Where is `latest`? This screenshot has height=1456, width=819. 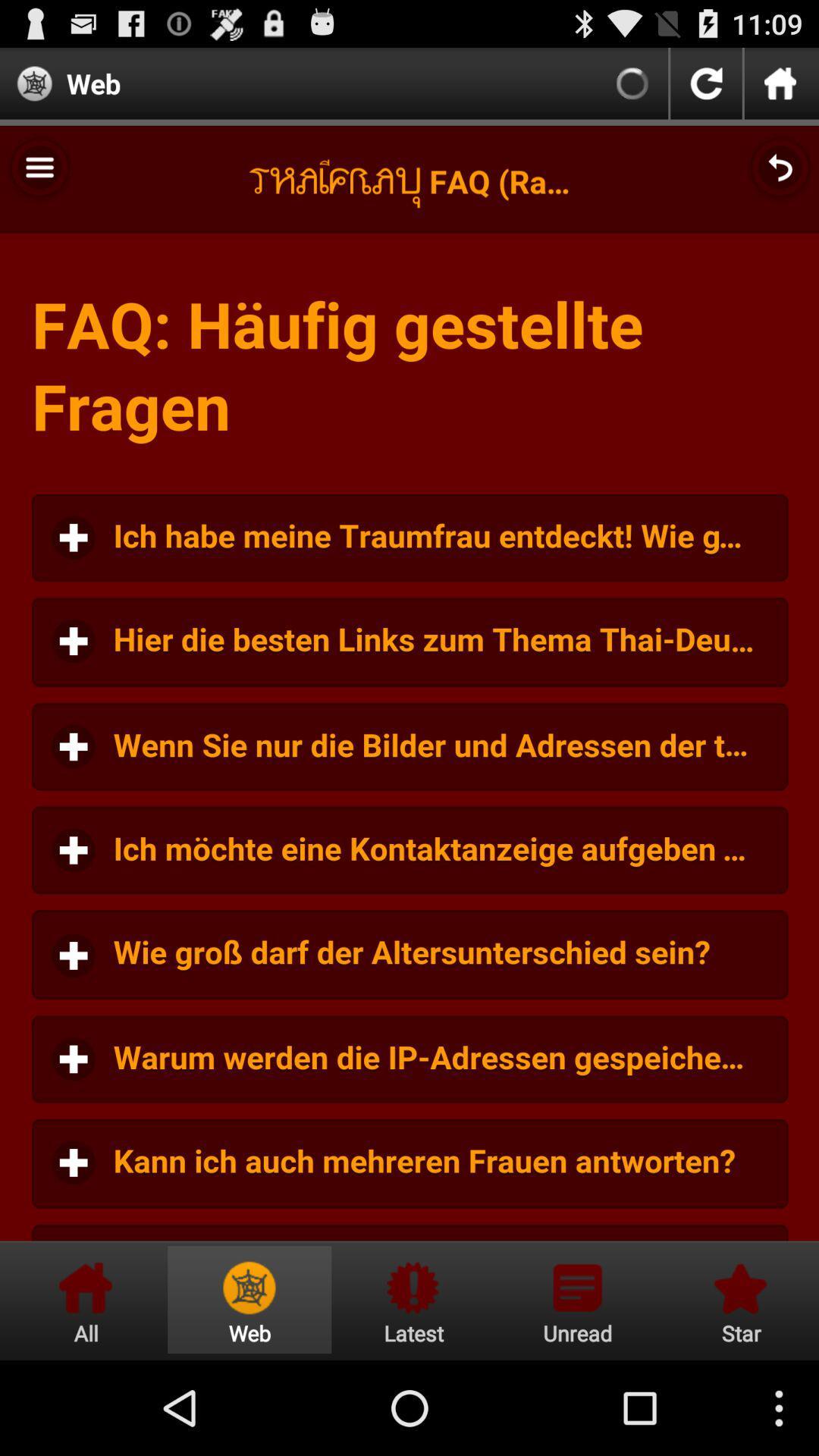 latest is located at coordinates (413, 1299).